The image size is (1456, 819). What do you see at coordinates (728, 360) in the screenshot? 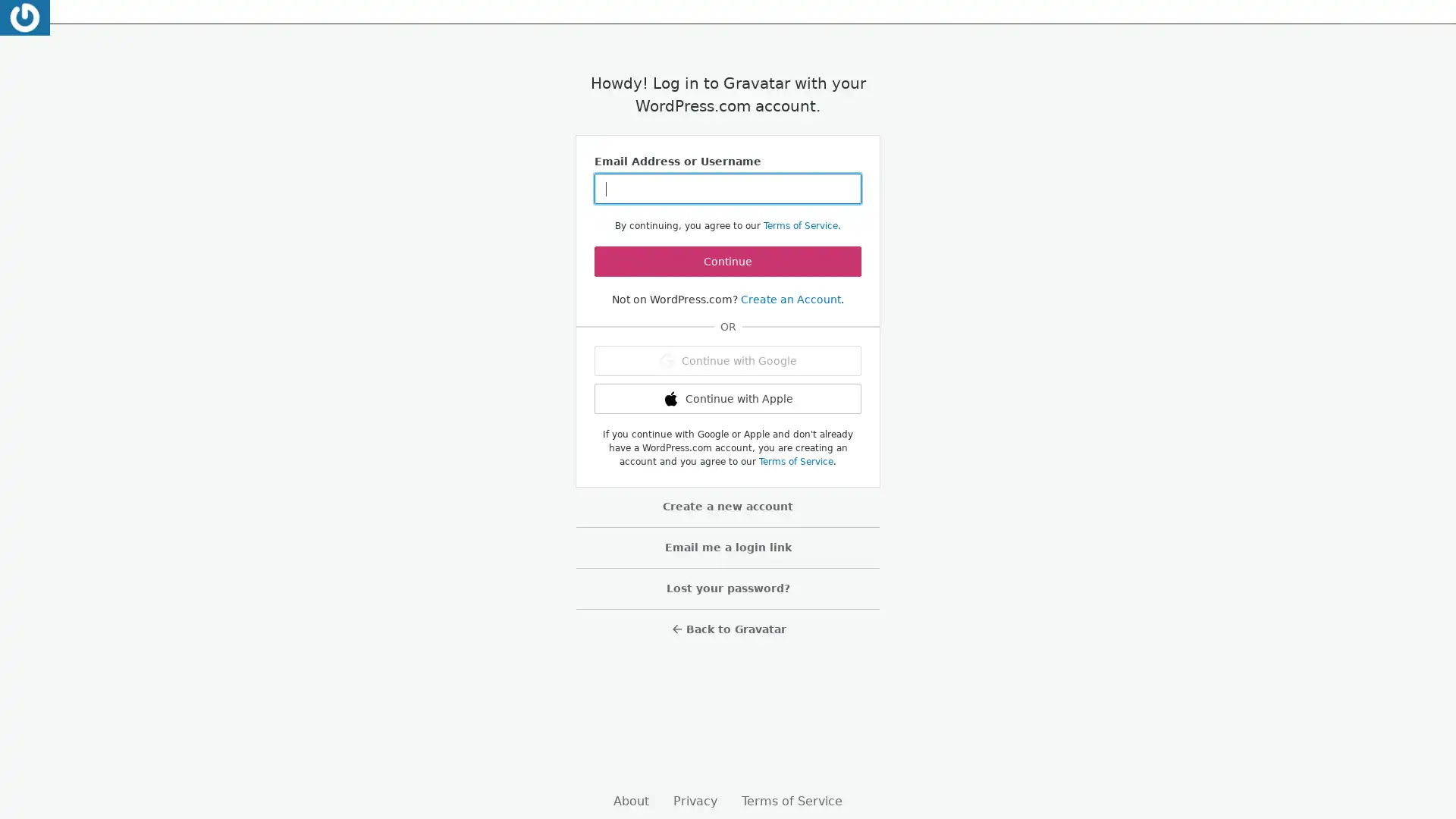
I see `Continue with Google` at bounding box center [728, 360].